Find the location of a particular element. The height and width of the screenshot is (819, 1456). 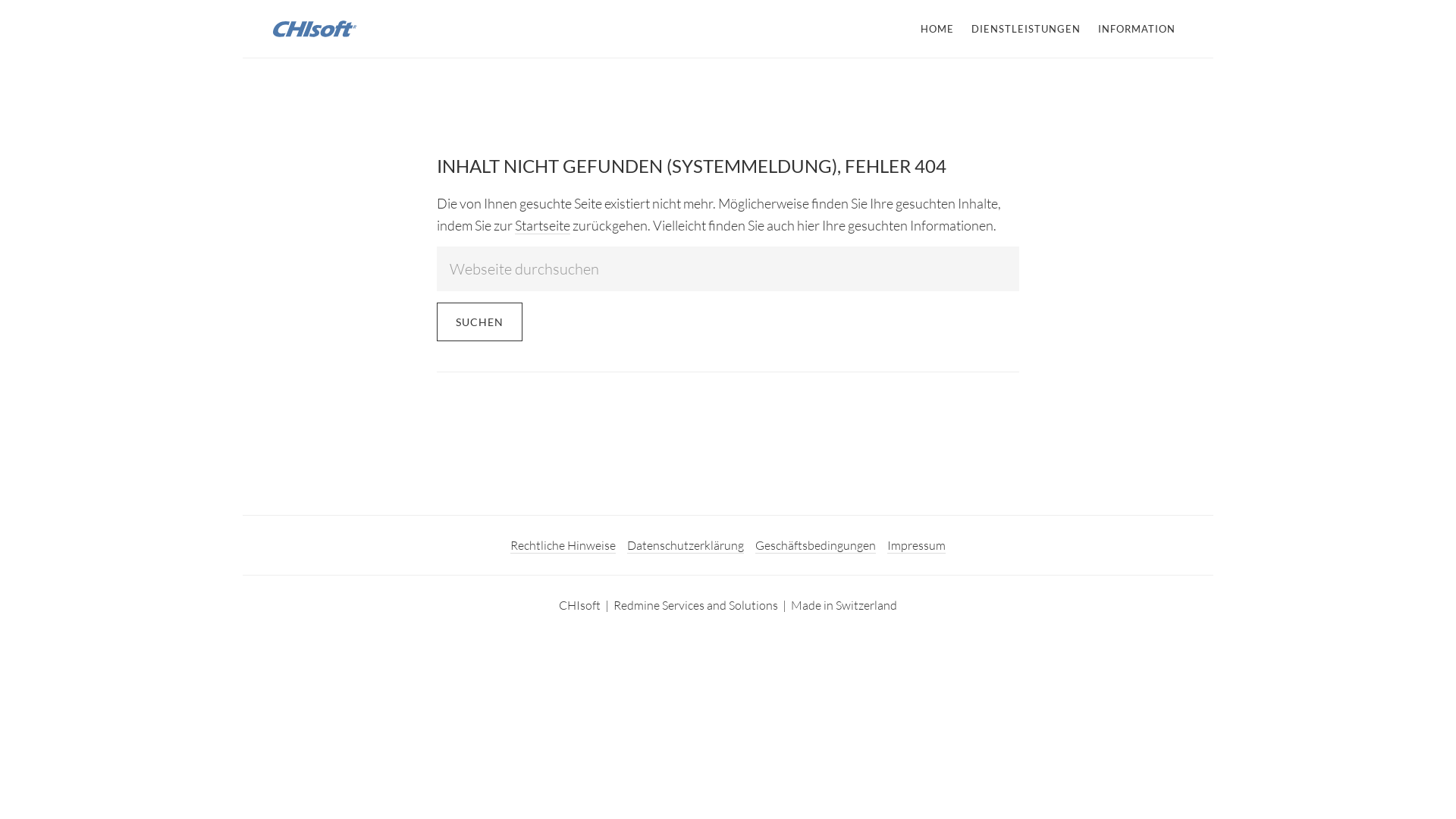

'INFORMATION' is located at coordinates (1136, 29).